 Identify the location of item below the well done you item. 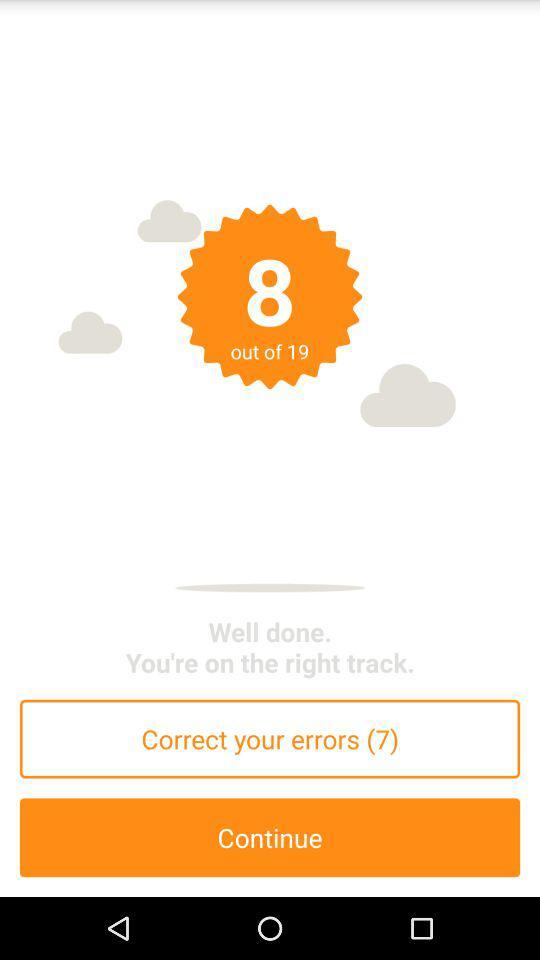
(270, 738).